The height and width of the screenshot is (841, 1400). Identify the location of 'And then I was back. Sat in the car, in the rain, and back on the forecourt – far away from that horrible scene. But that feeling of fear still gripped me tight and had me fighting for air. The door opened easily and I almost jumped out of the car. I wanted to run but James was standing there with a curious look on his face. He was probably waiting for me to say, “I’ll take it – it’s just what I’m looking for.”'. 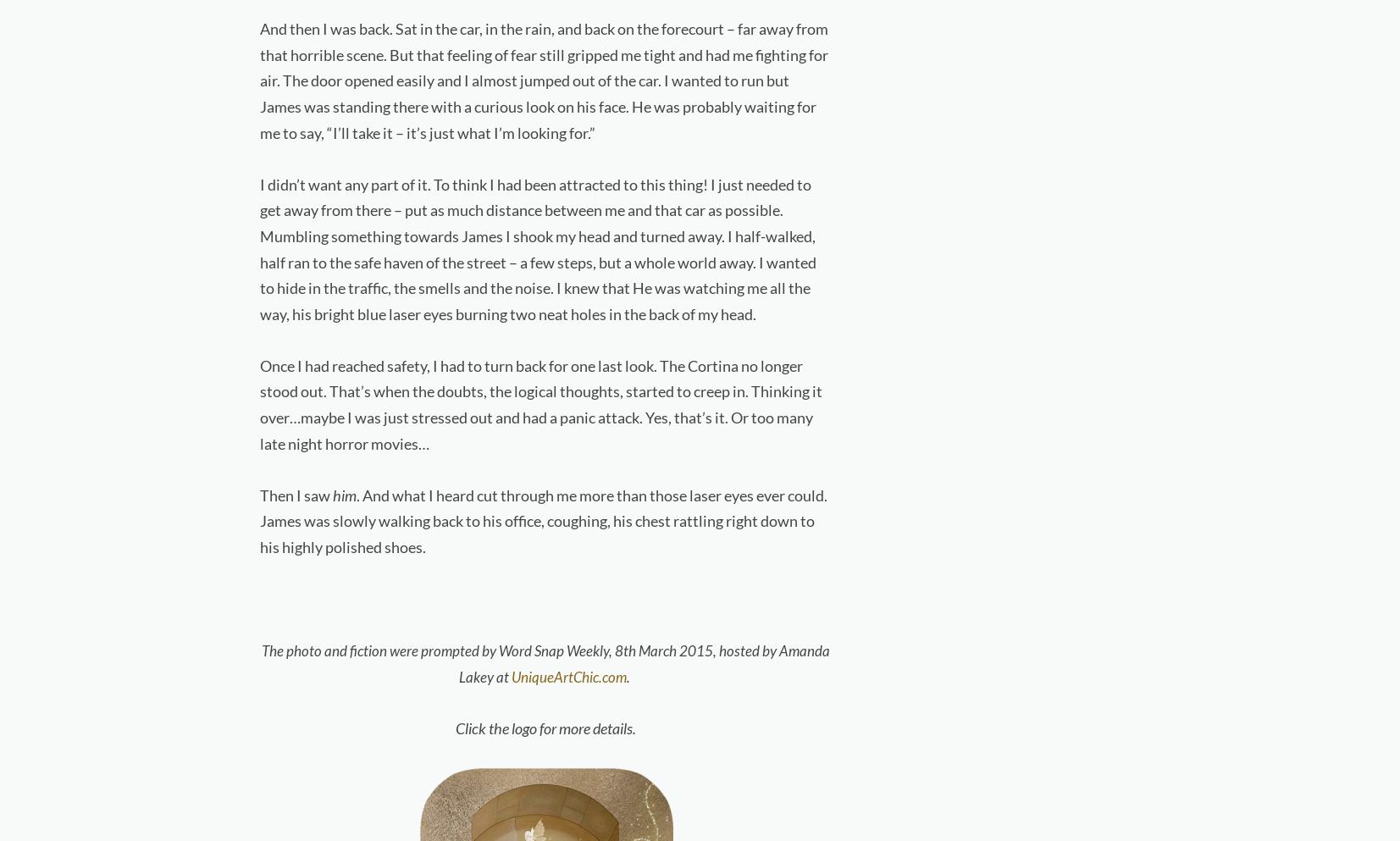
(542, 80).